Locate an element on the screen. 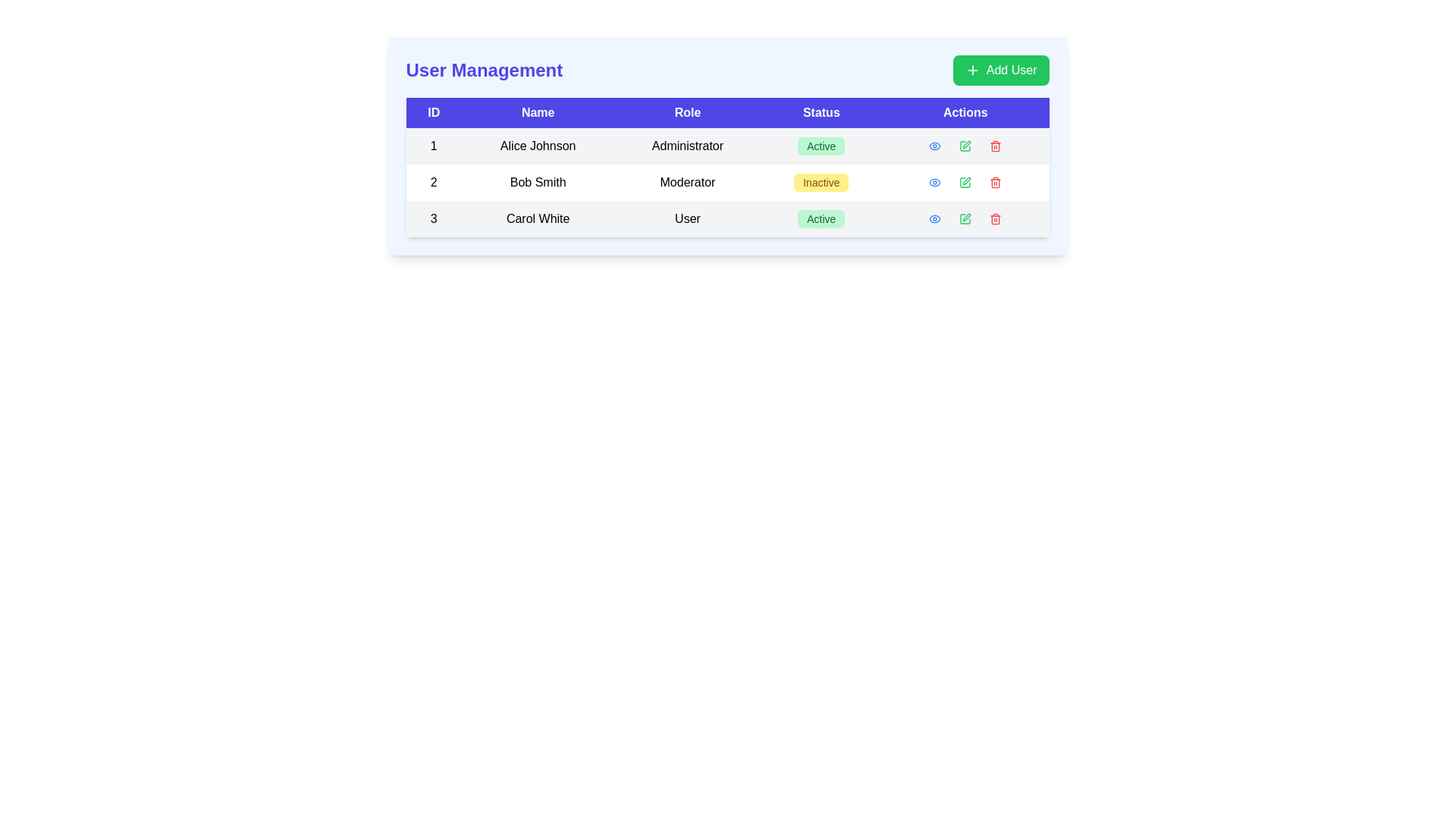 The width and height of the screenshot is (1456, 819). the first row of the User Management table is located at coordinates (726, 146).